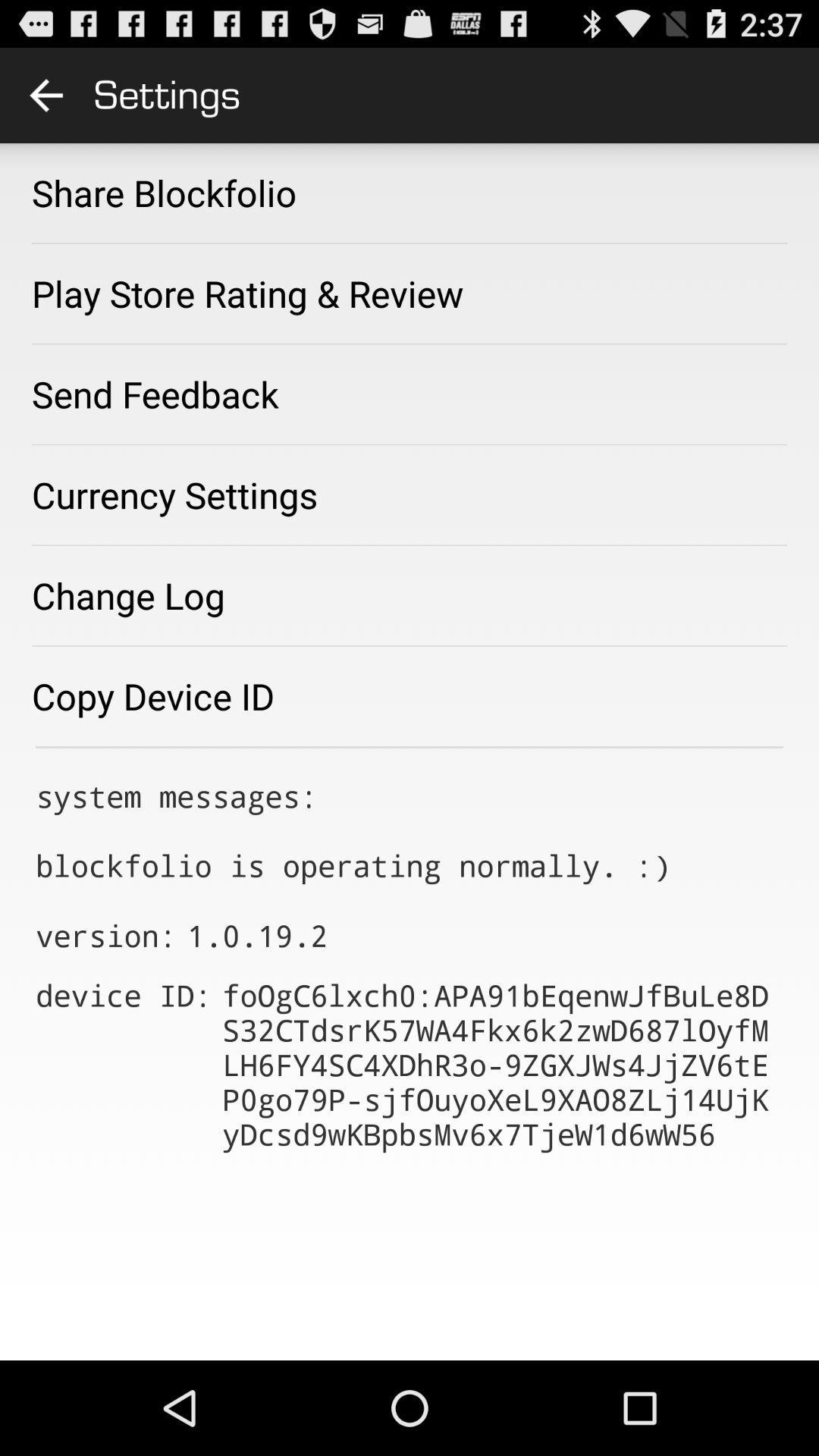 The height and width of the screenshot is (1456, 819). What do you see at coordinates (174, 494) in the screenshot?
I see `the currency settings item` at bounding box center [174, 494].